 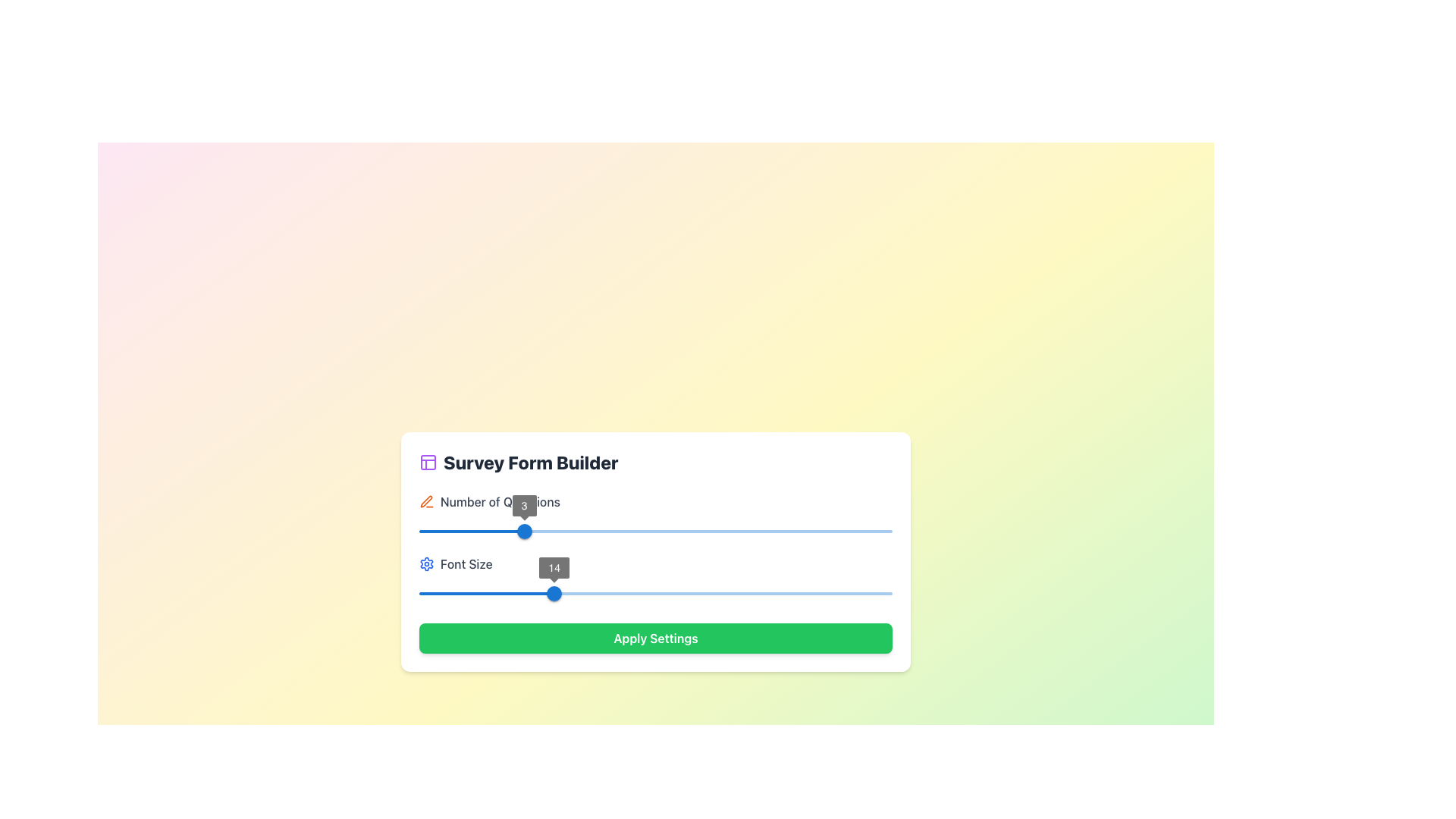 I want to click on the slider value, so click(x=868, y=593).